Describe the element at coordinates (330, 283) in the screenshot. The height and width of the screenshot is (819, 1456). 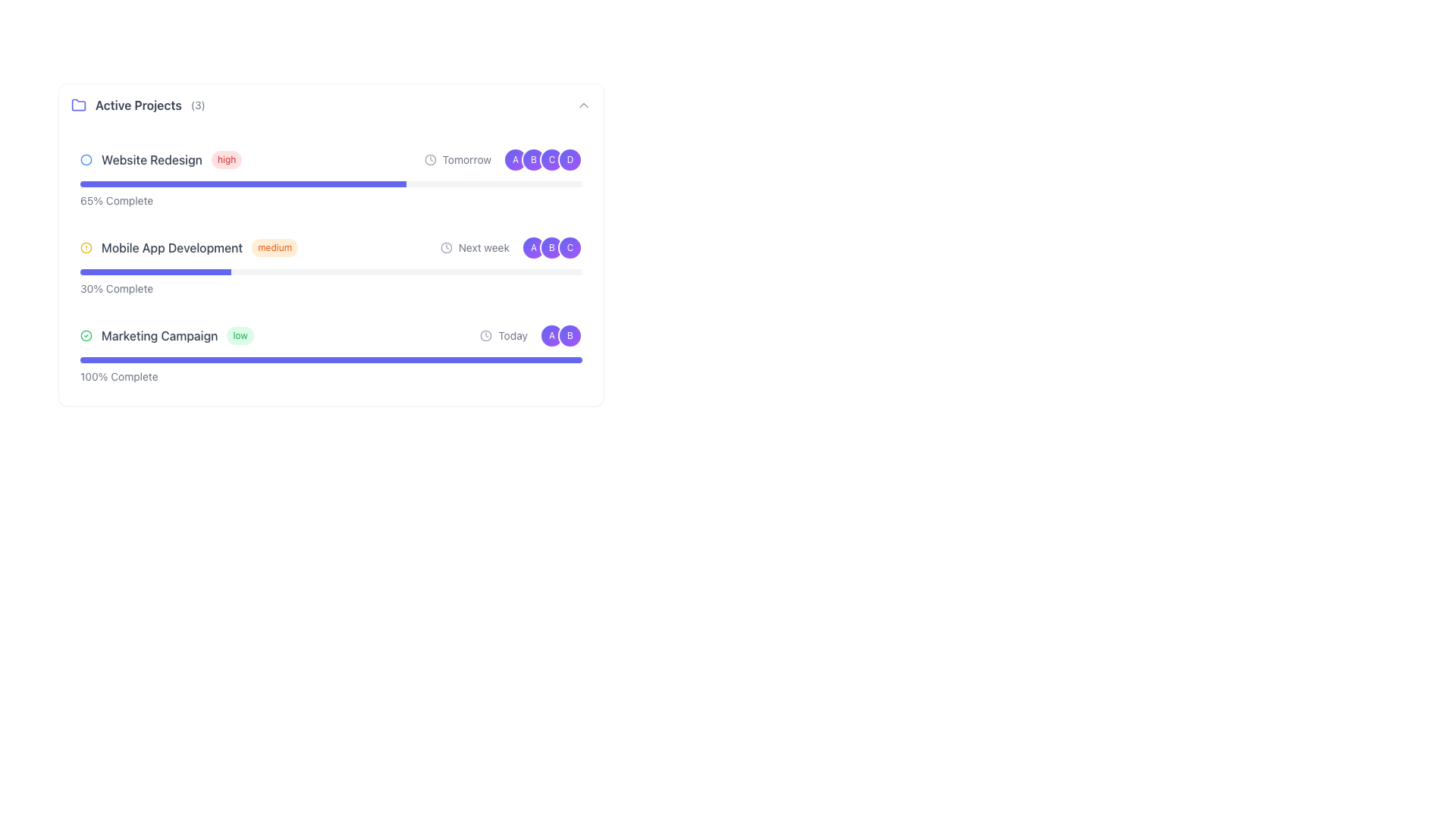
I see `the progress information of the progress bar labeled '30% Complete' located in the 'Mobile App Development' section of the 'Active Projects' list` at that location.